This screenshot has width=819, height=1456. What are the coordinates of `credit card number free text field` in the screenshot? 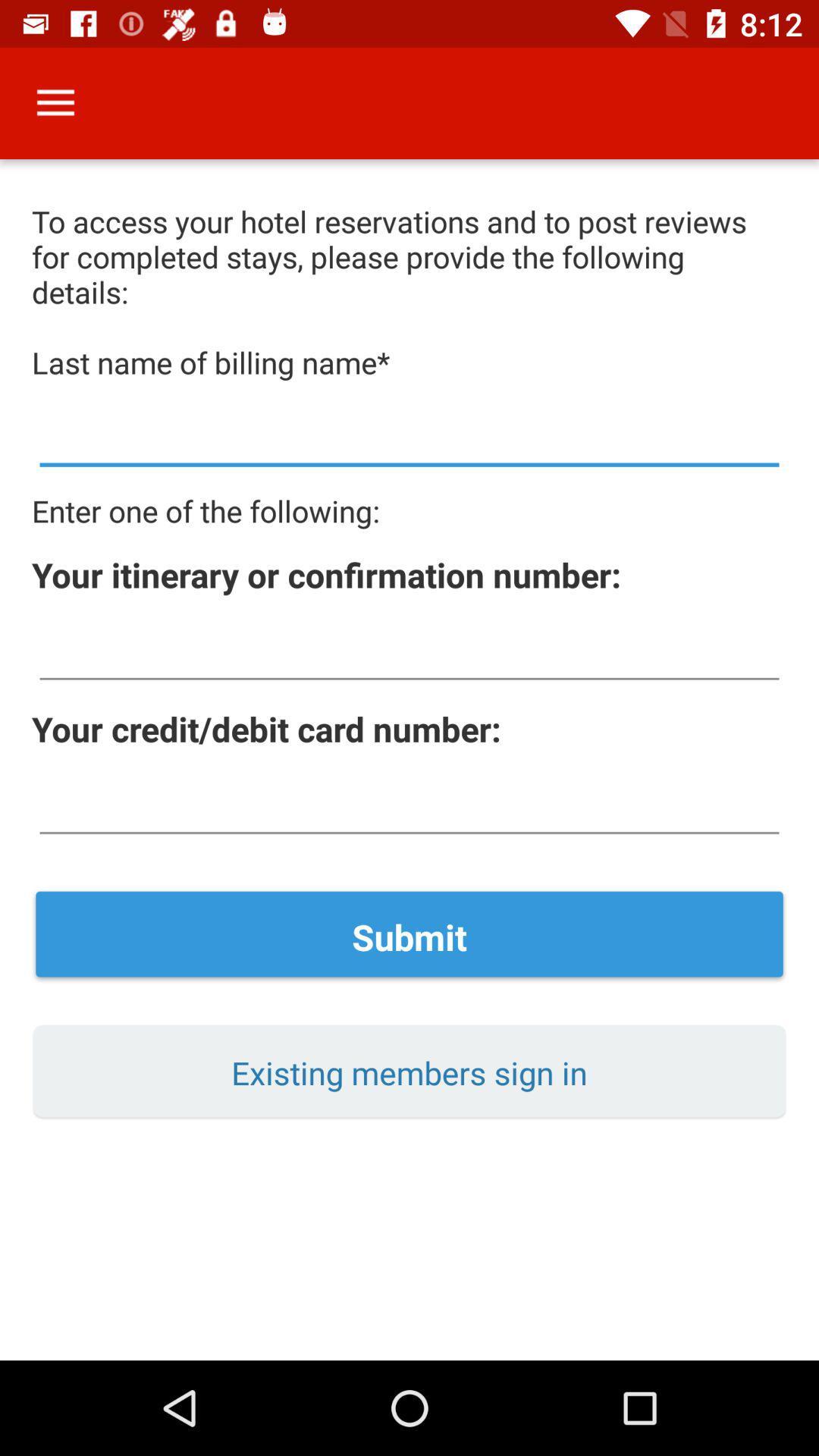 It's located at (409, 805).